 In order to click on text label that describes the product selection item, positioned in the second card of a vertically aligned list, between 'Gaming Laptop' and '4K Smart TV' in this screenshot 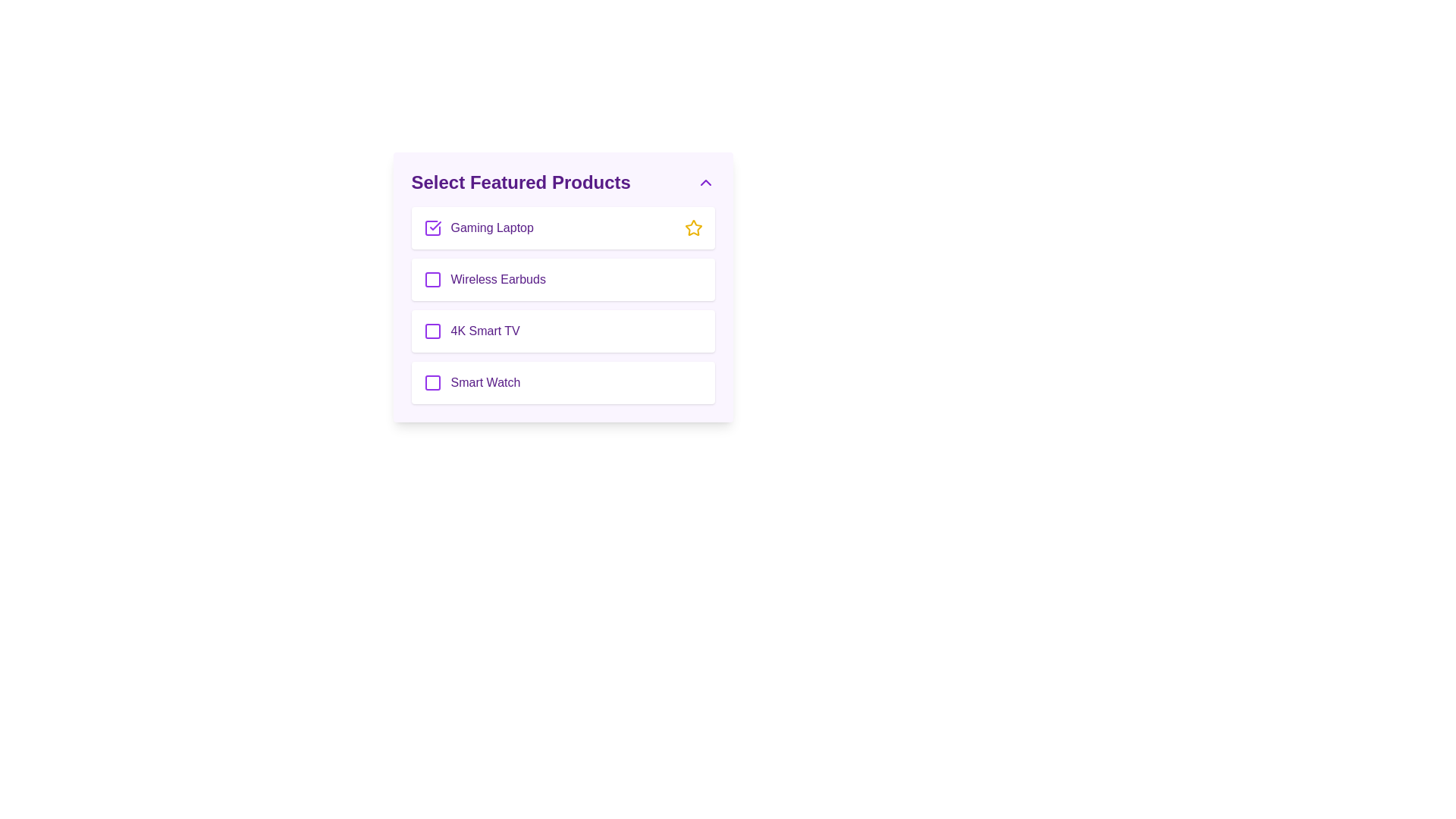, I will do `click(498, 280)`.